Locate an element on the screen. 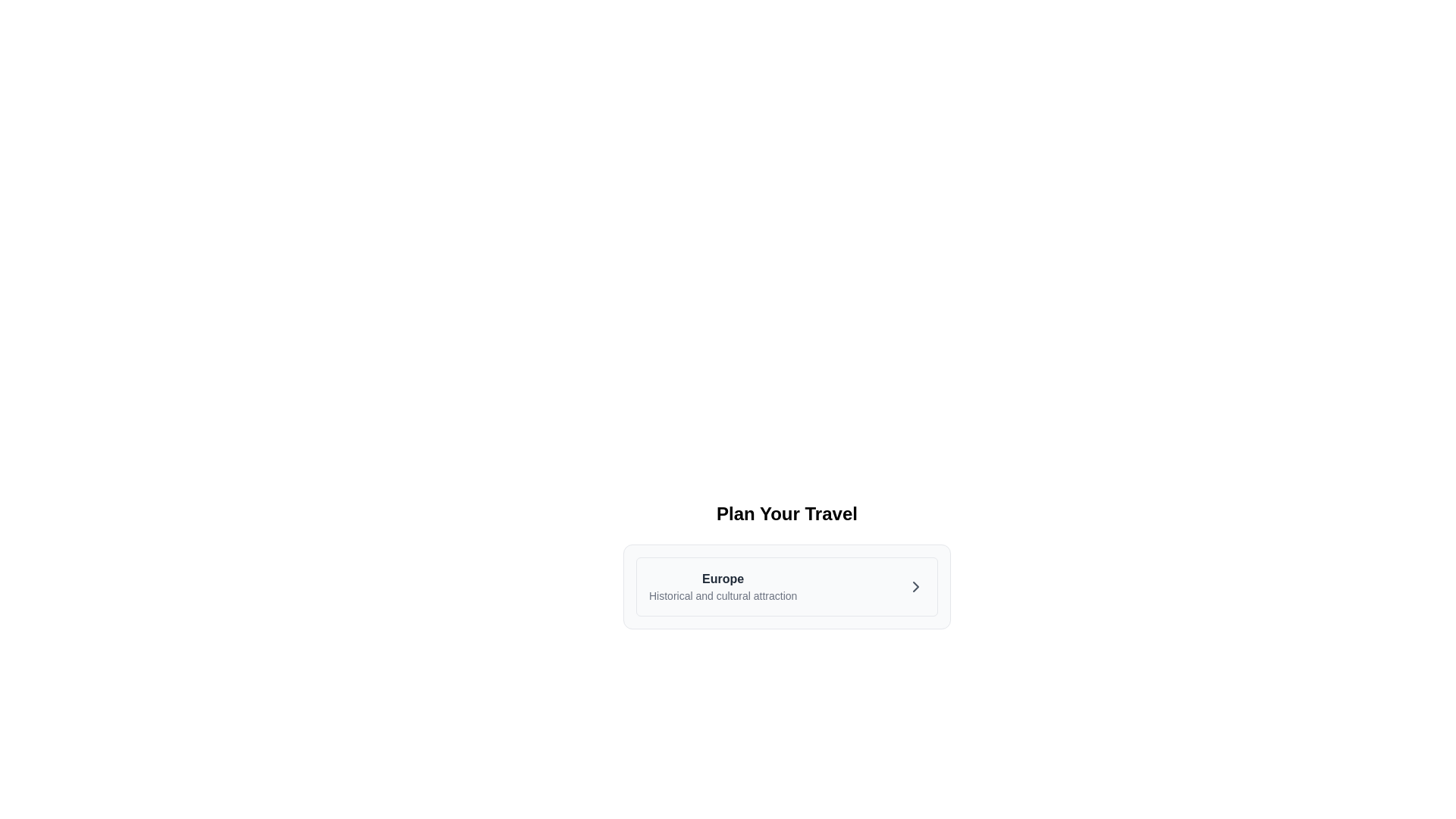 Image resolution: width=1456 pixels, height=819 pixels. the text label identified as 'Europe', which serves as a title or heading above the descriptive text 'Historical and cultural attraction' is located at coordinates (722, 579).